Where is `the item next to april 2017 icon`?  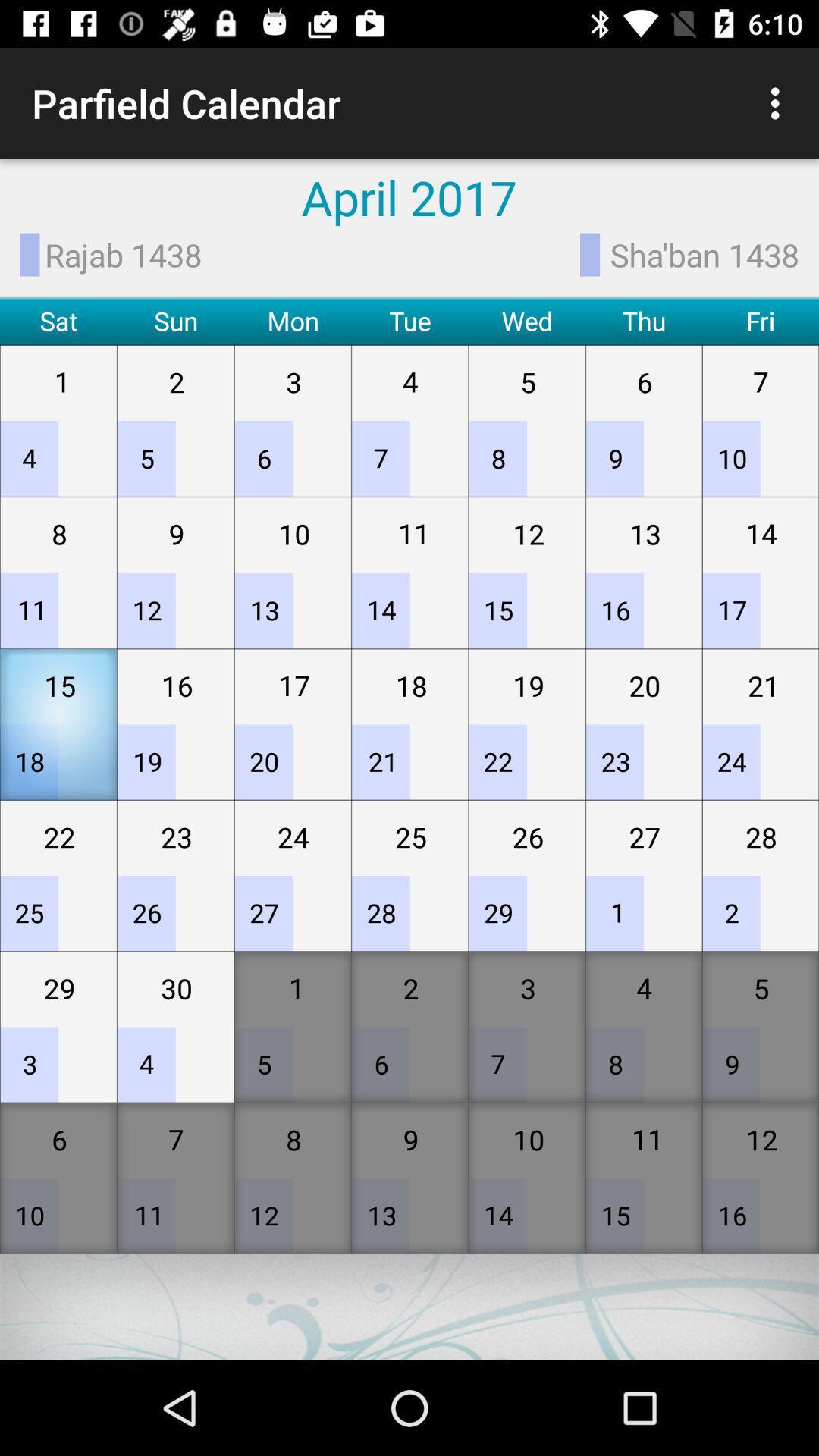
the item next to april 2017 icon is located at coordinates (779, 102).